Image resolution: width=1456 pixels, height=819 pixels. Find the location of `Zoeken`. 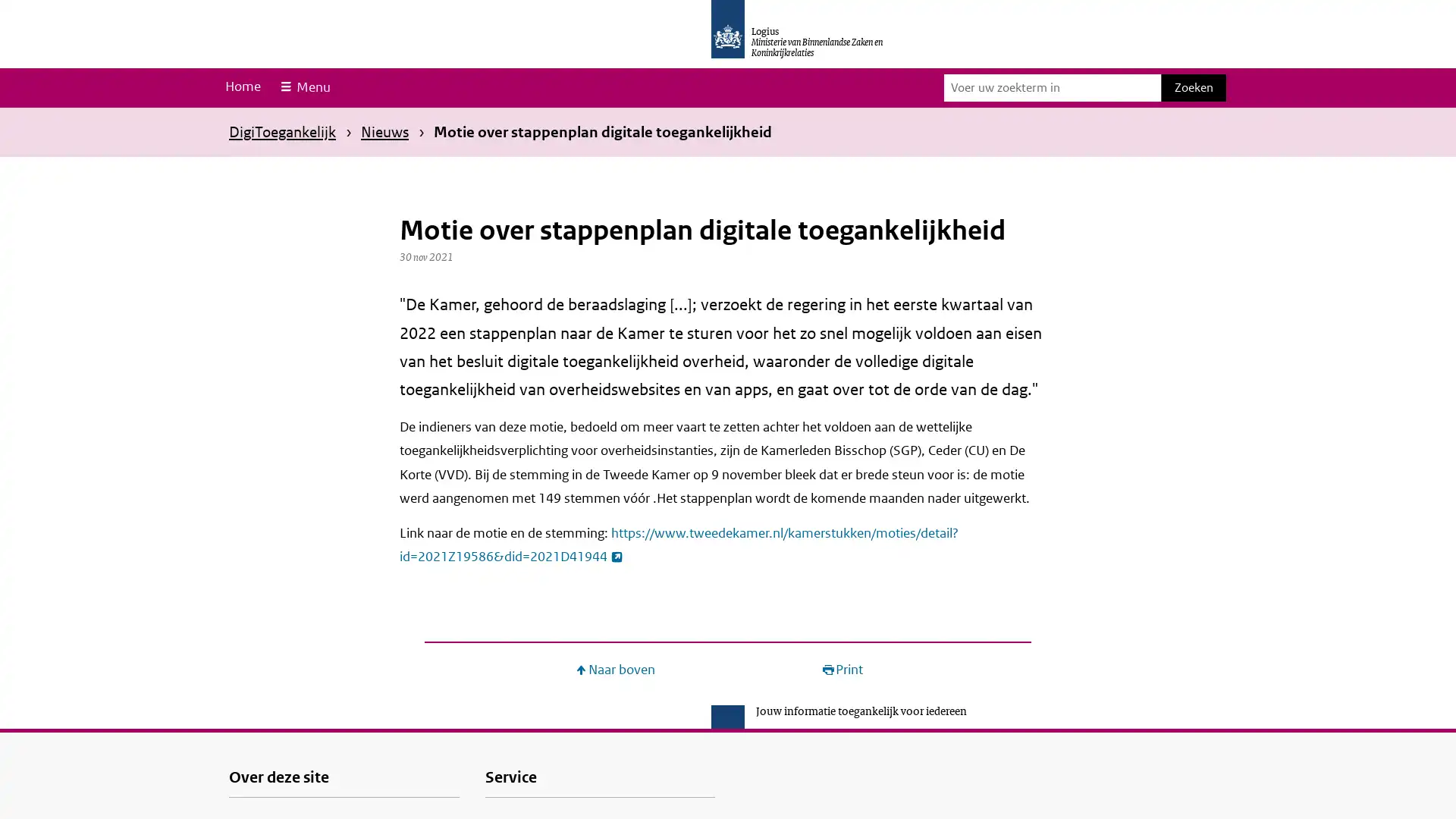

Zoeken is located at coordinates (1193, 87).